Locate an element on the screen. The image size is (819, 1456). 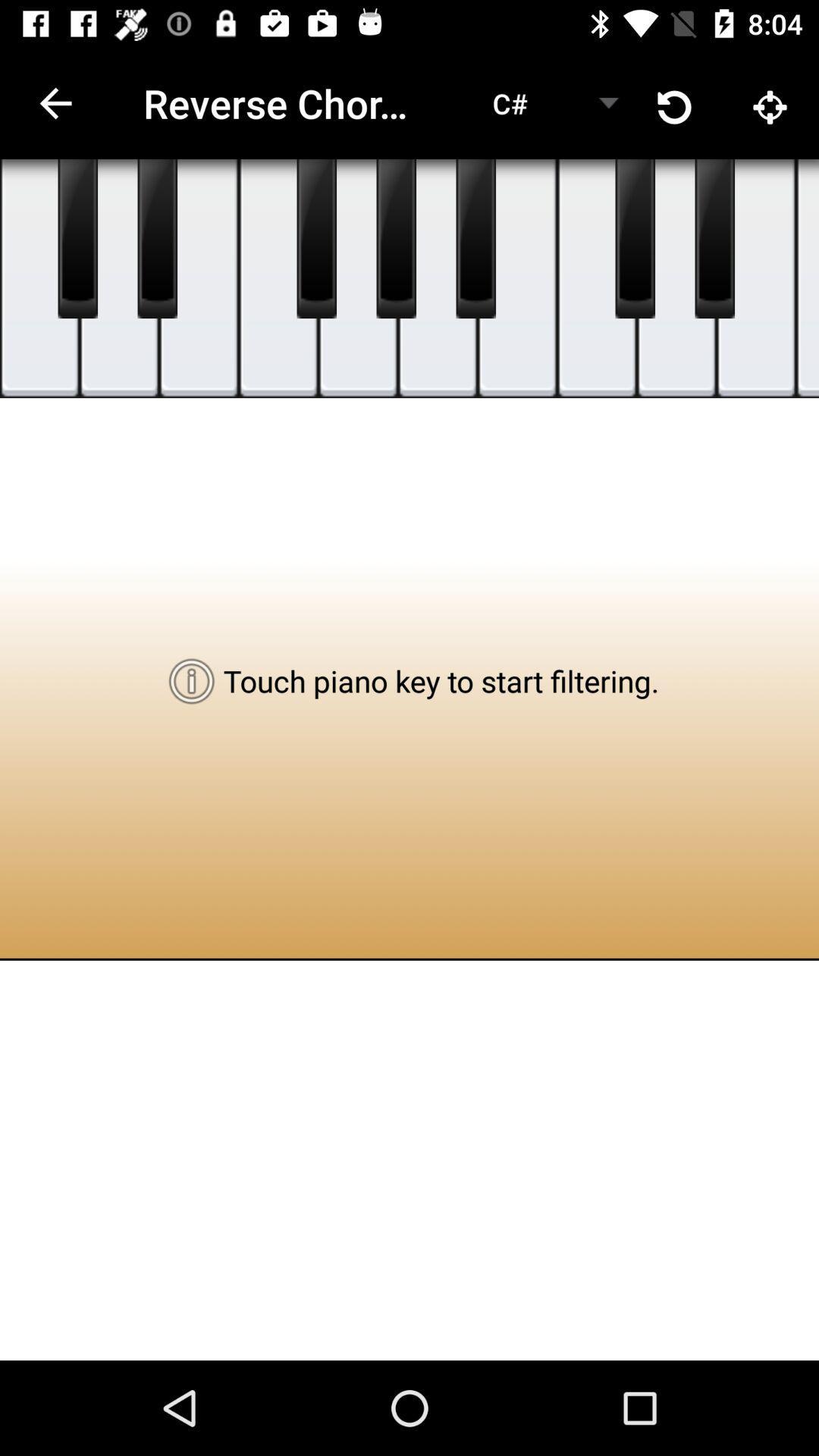
shows piano key button is located at coordinates (39, 278).